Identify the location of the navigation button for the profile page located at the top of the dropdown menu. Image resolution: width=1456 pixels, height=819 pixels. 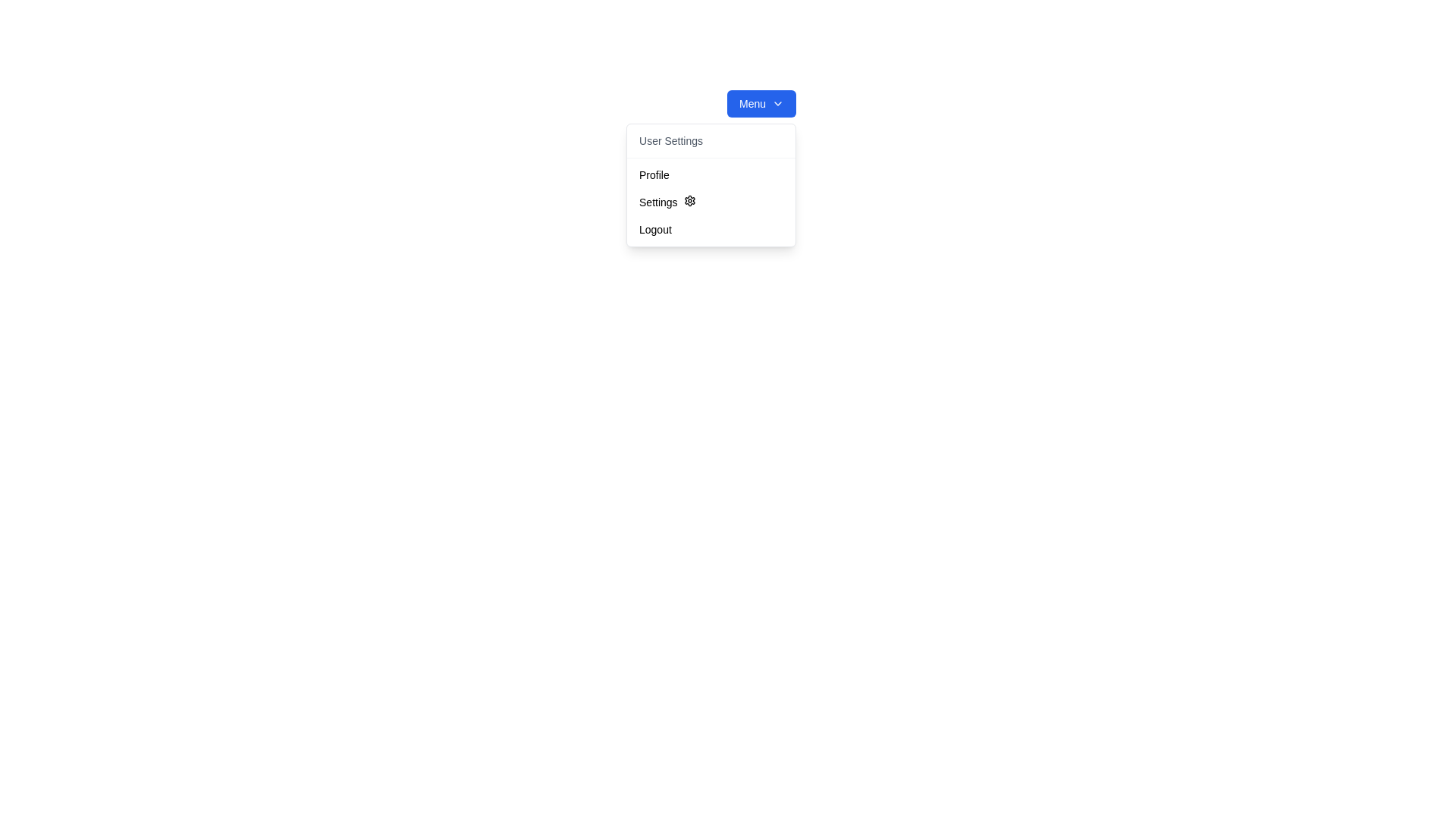
(711, 174).